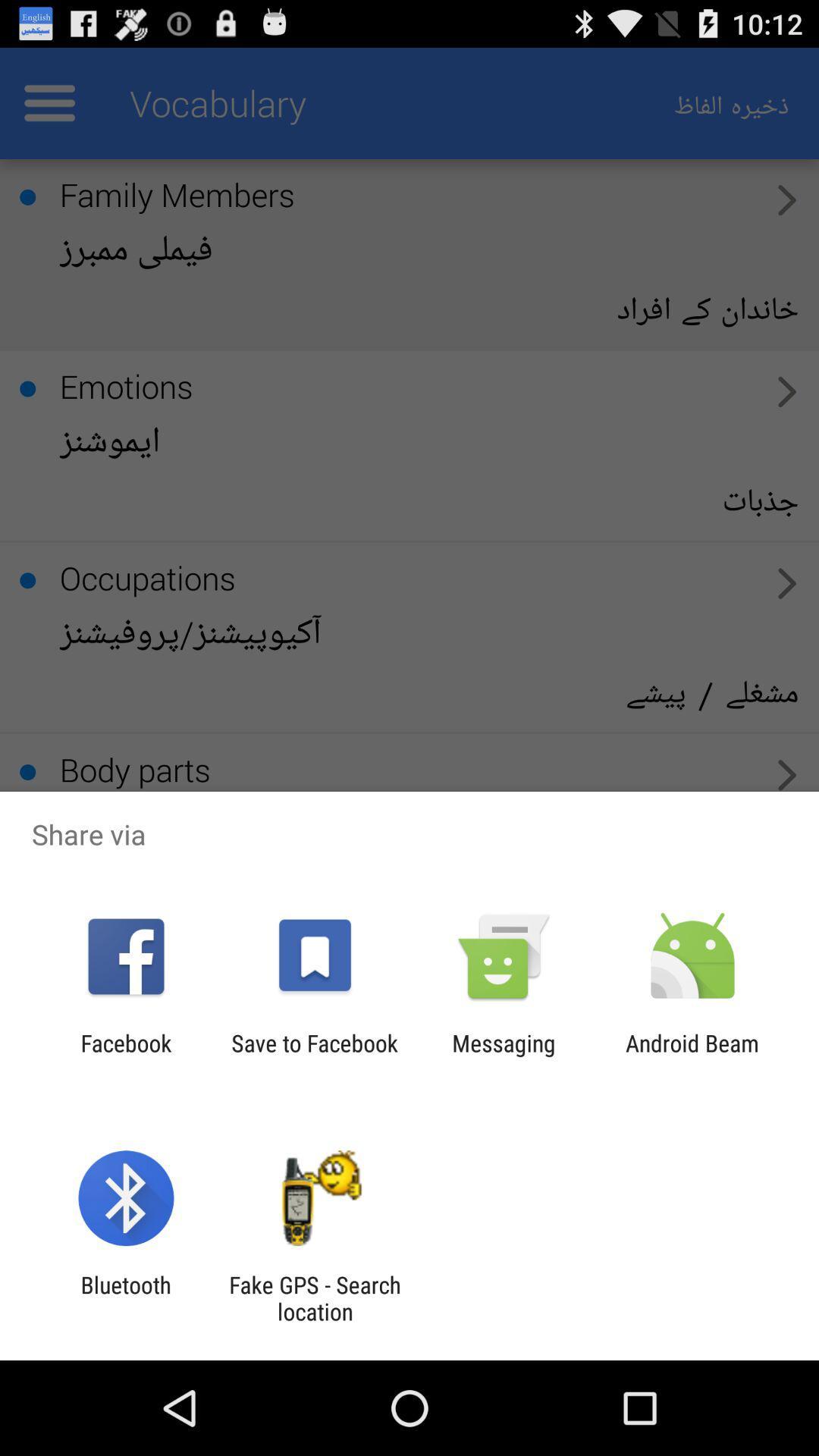 The image size is (819, 1456). What do you see at coordinates (504, 1056) in the screenshot?
I see `the app to the left of the android beam item` at bounding box center [504, 1056].